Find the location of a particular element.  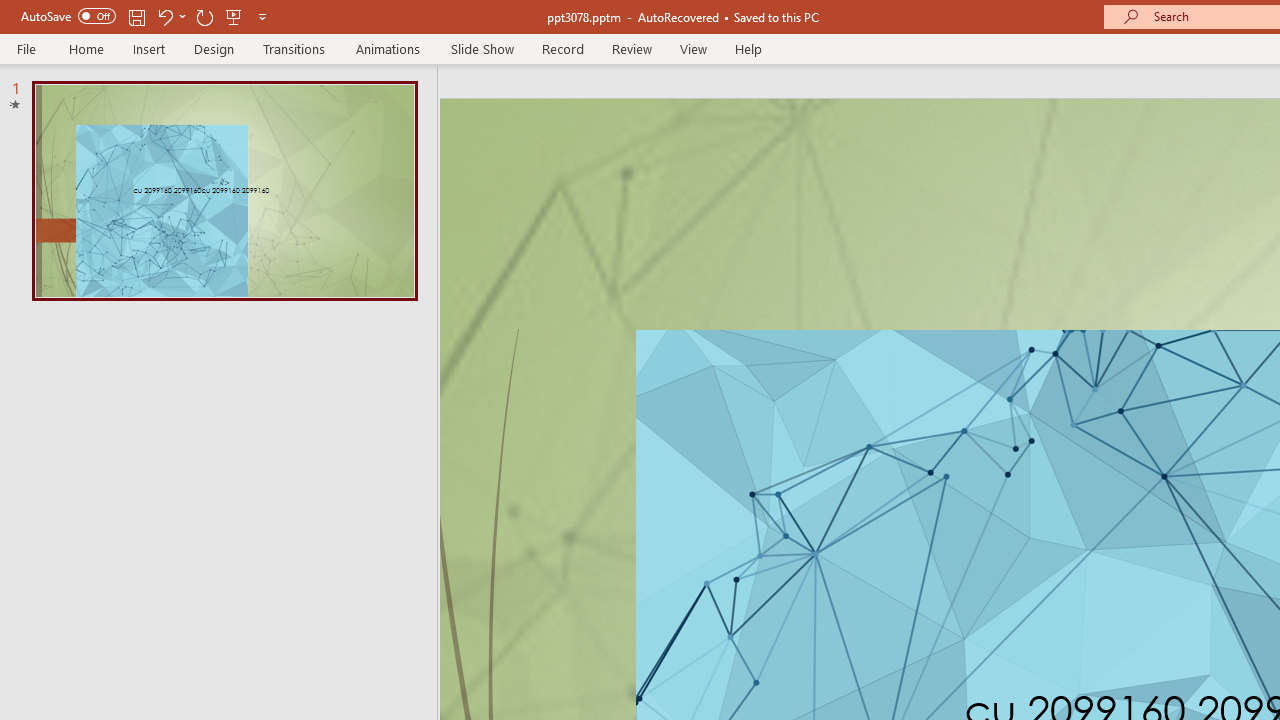

'Undo' is located at coordinates (170, 16).